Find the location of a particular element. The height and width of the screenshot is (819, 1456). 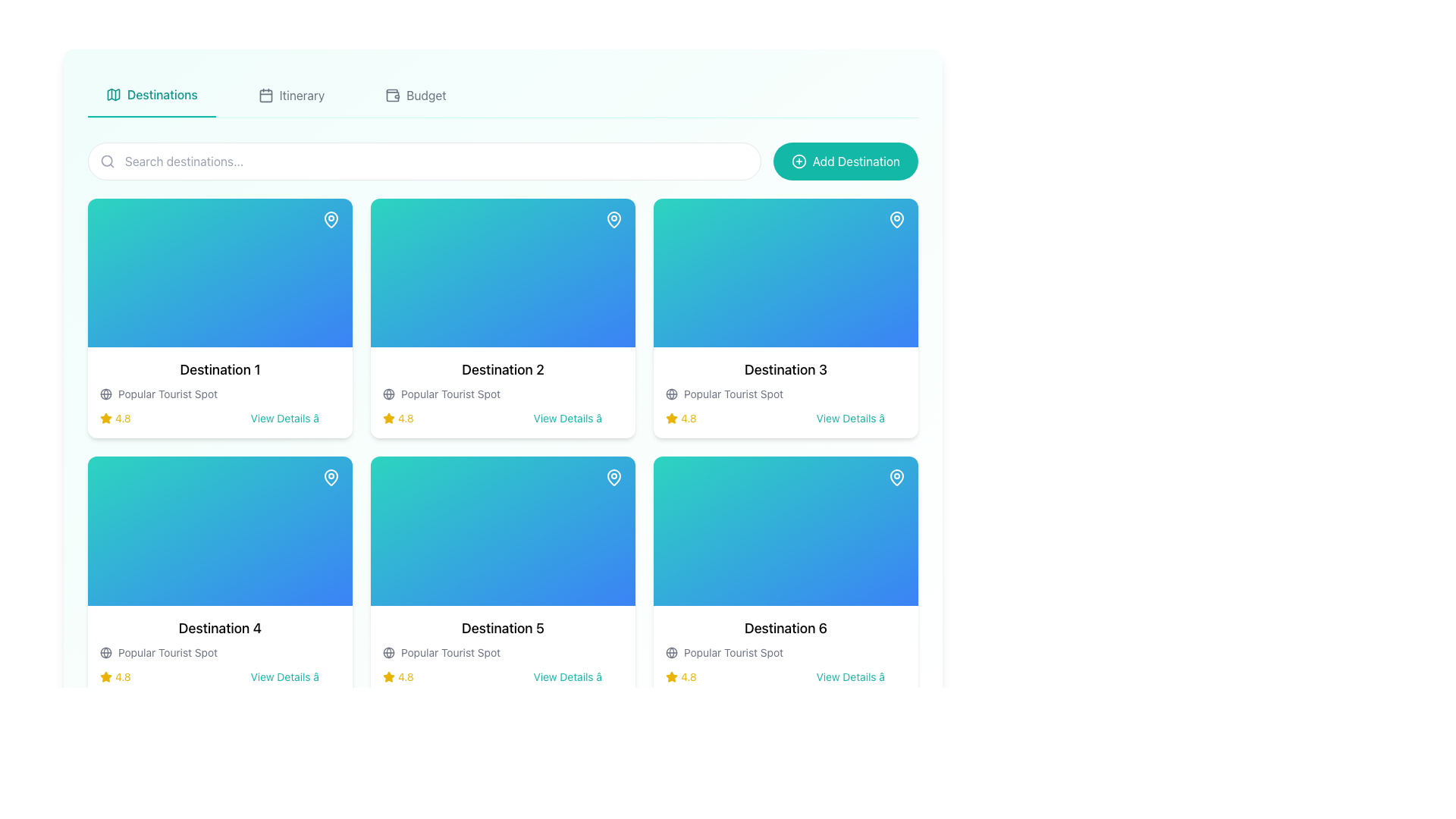

the details of the Card Element titled 'Destination 3', which is the third card in a grid layout with a teal to blue gradient background, a map pin icon, a bold title, a description text, a rating, and a clickable 'View Details →' link is located at coordinates (786, 318).